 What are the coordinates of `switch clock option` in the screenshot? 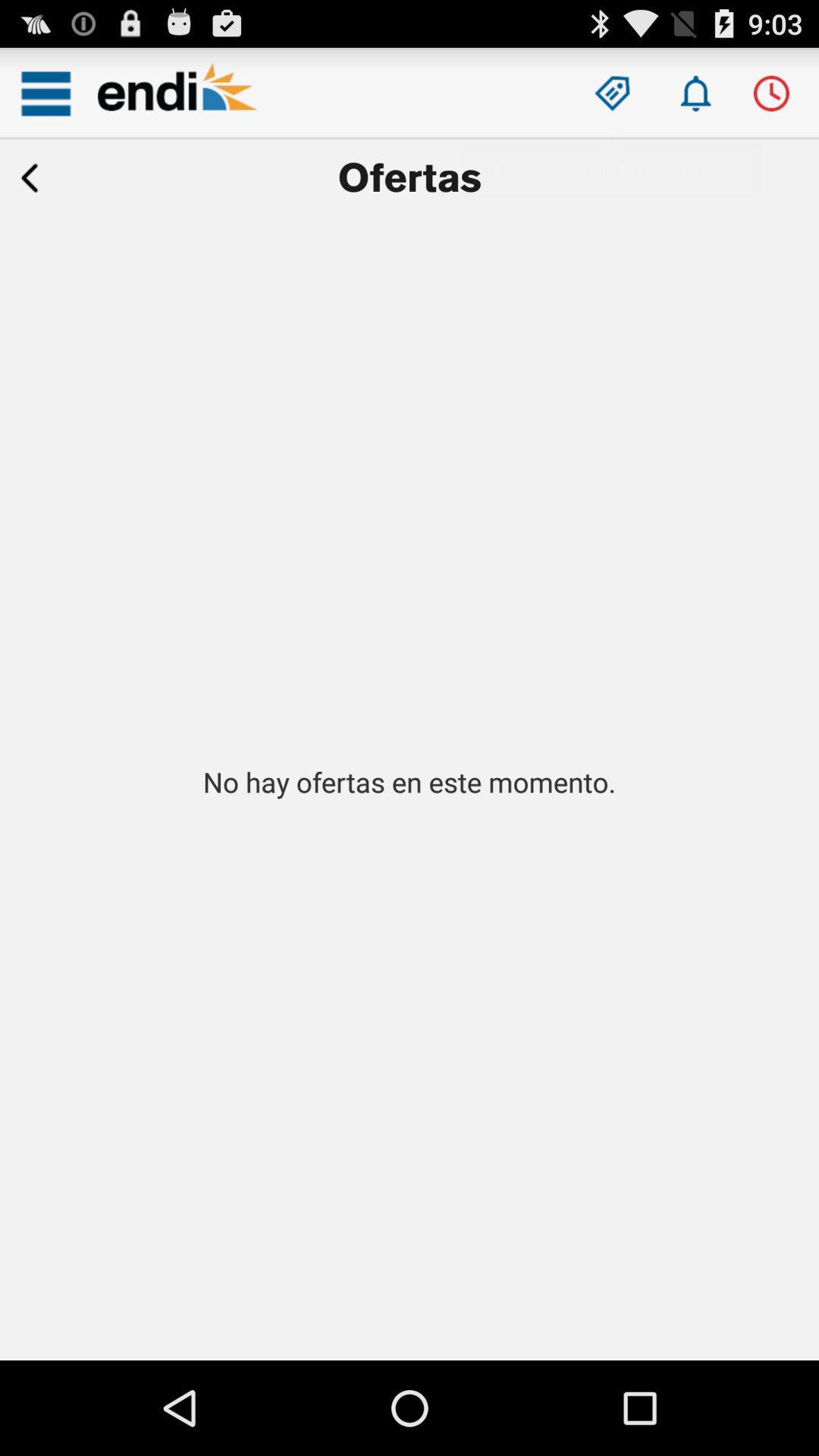 It's located at (771, 93).